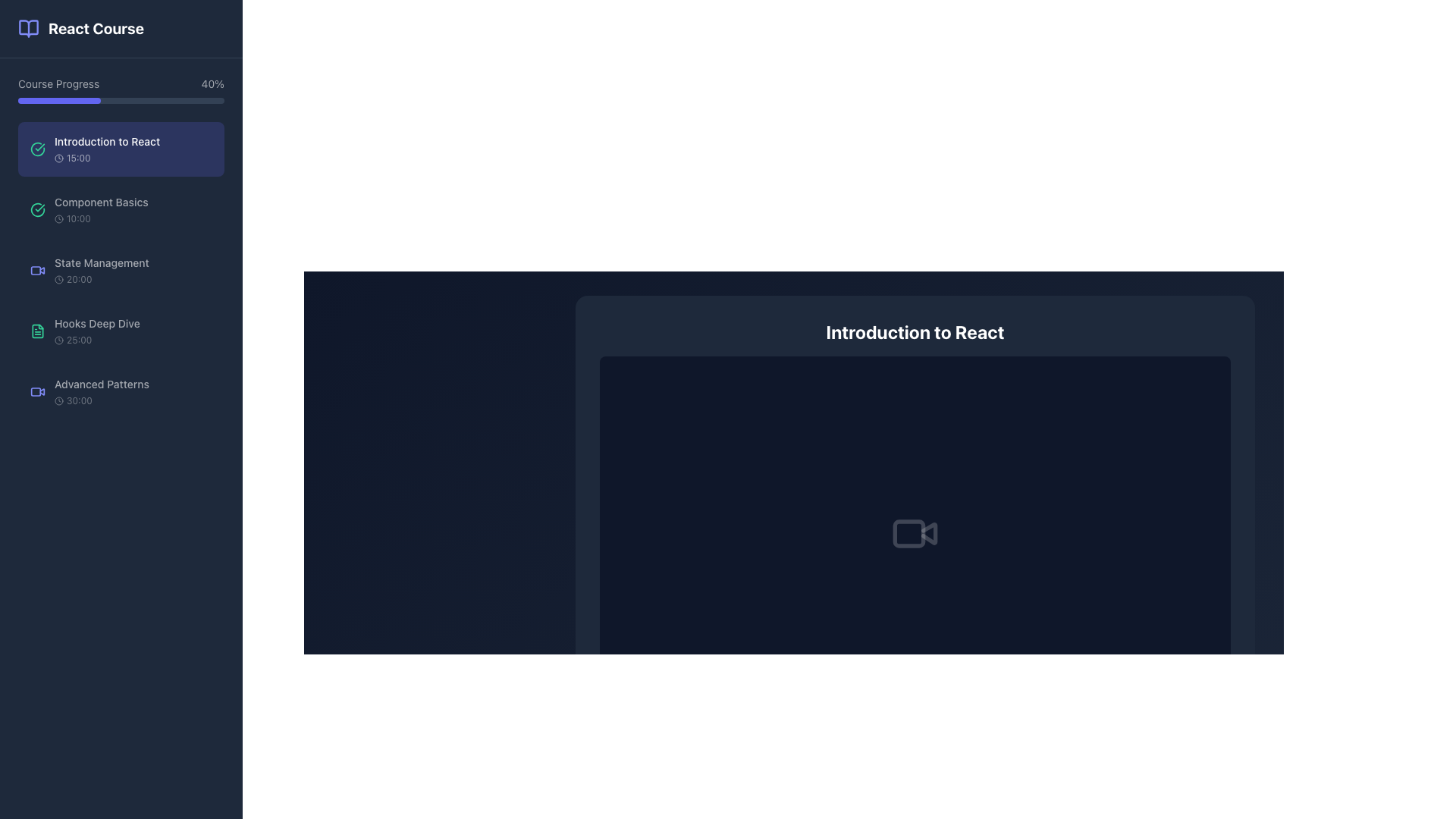 The width and height of the screenshot is (1456, 819). I want to click on the text label 'React Course' which is styled with a bold font and white color located at the top of the left sidebar panel, positioned immediately to the right of a book icon, so click(96, 29).